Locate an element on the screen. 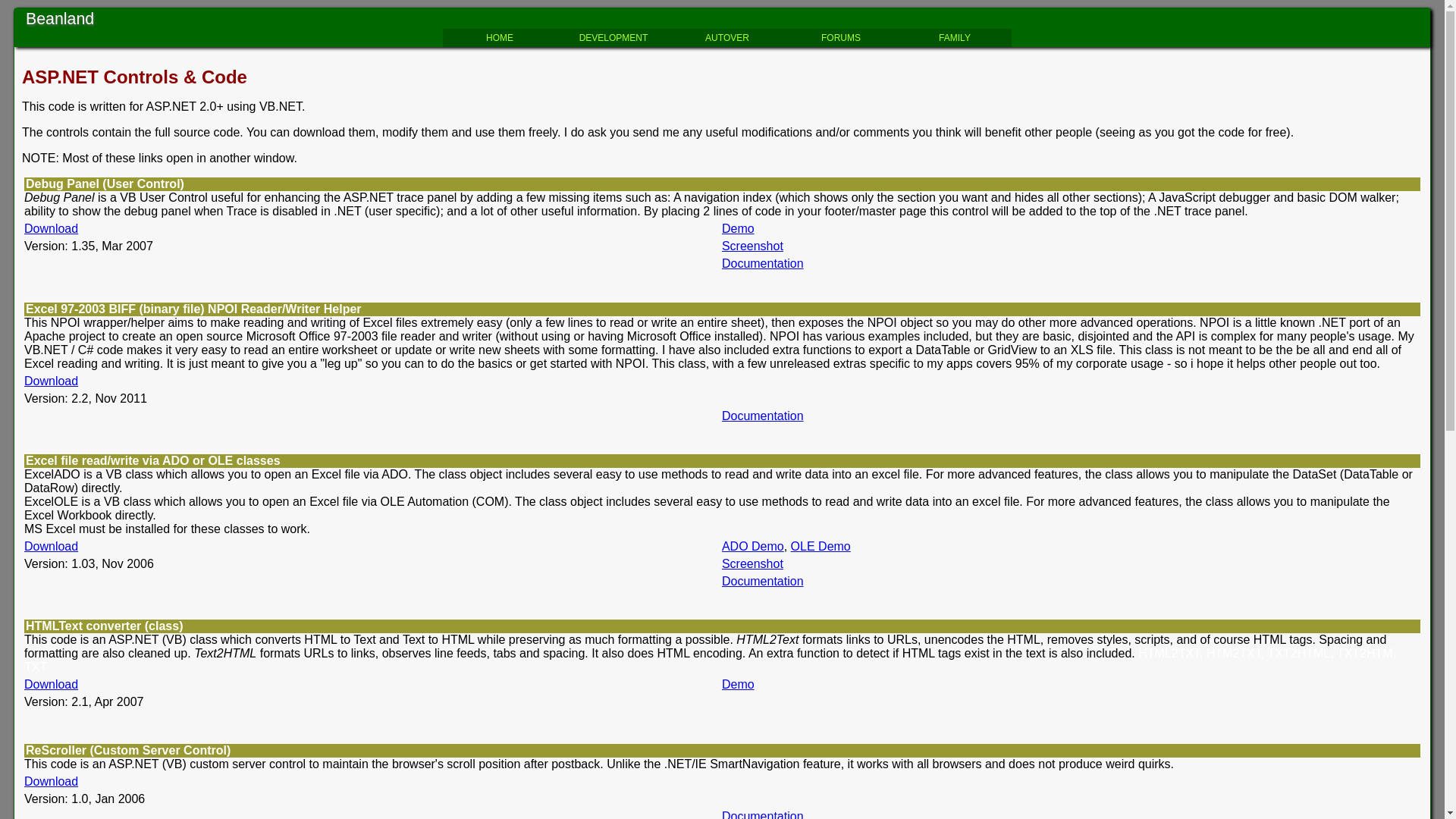  'Demo' is located at coordinates (738, 684).